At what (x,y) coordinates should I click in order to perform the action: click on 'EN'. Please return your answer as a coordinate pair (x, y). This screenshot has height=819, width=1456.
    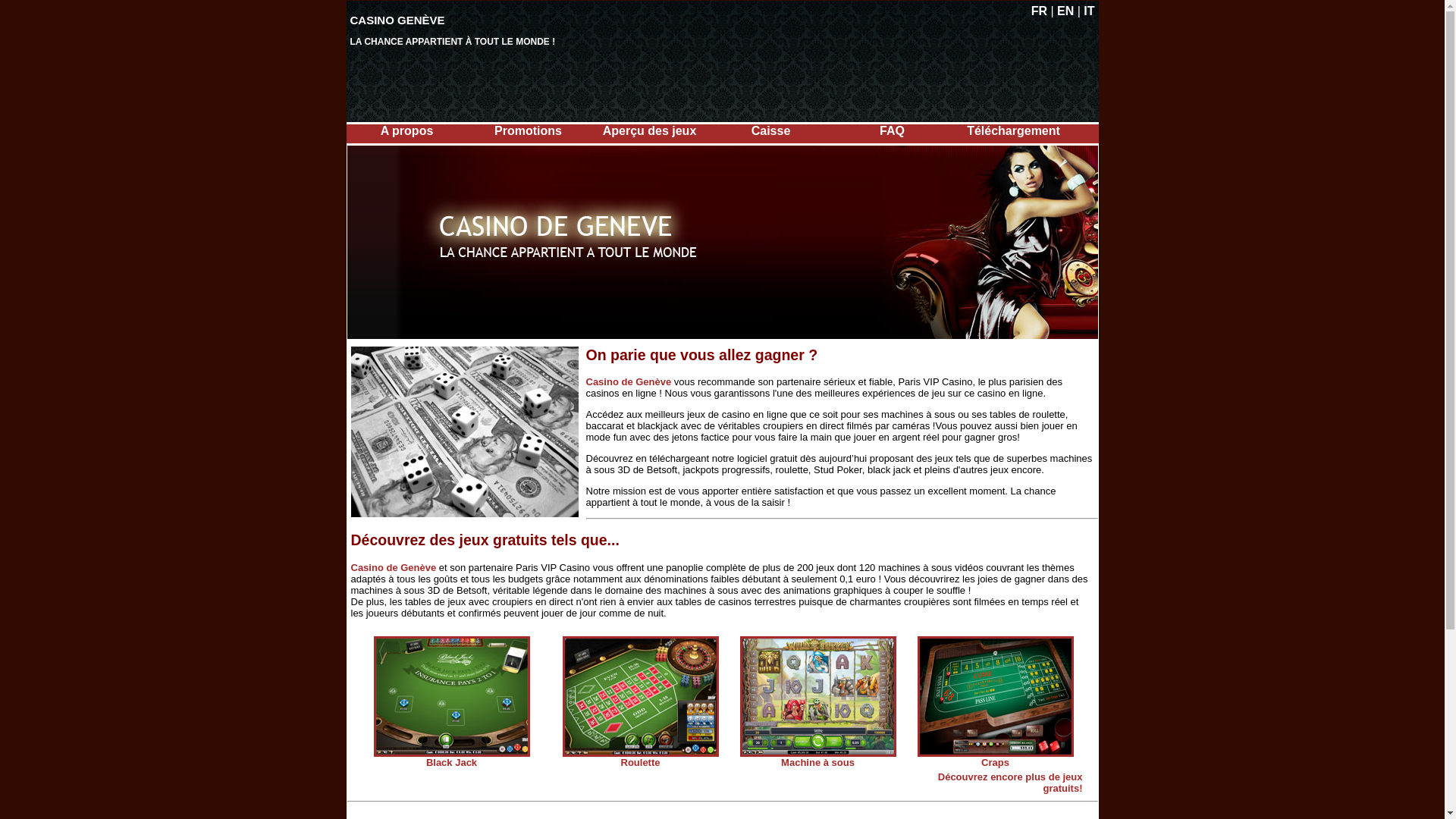
    Looking at the image, I should click on (1065, 11).